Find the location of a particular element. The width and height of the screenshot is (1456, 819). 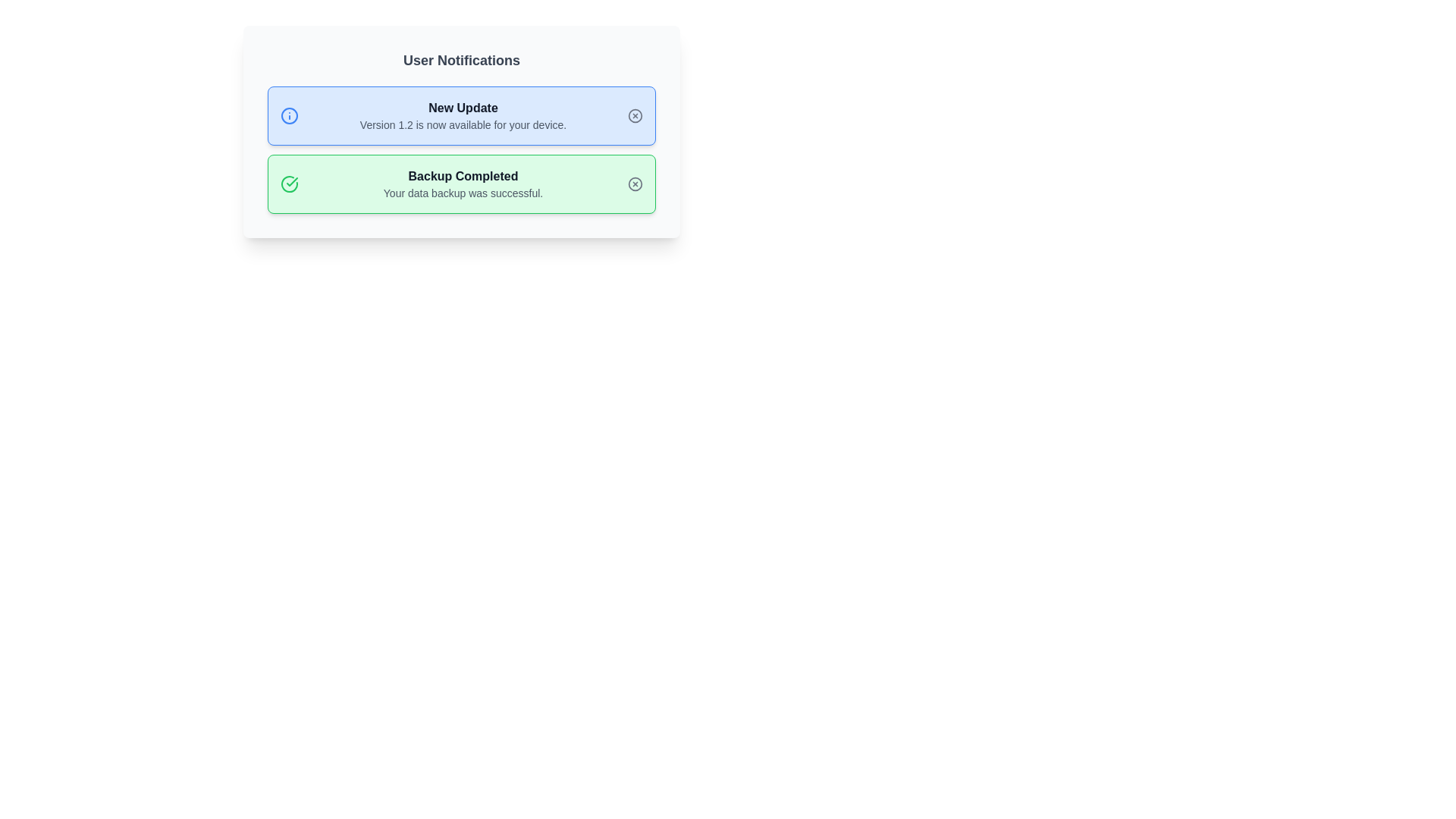

the SVG Circle that visually represents a part of the icon used for dismissing or interacting with the 'New Update' notification box is located at coordinates (635, 115).